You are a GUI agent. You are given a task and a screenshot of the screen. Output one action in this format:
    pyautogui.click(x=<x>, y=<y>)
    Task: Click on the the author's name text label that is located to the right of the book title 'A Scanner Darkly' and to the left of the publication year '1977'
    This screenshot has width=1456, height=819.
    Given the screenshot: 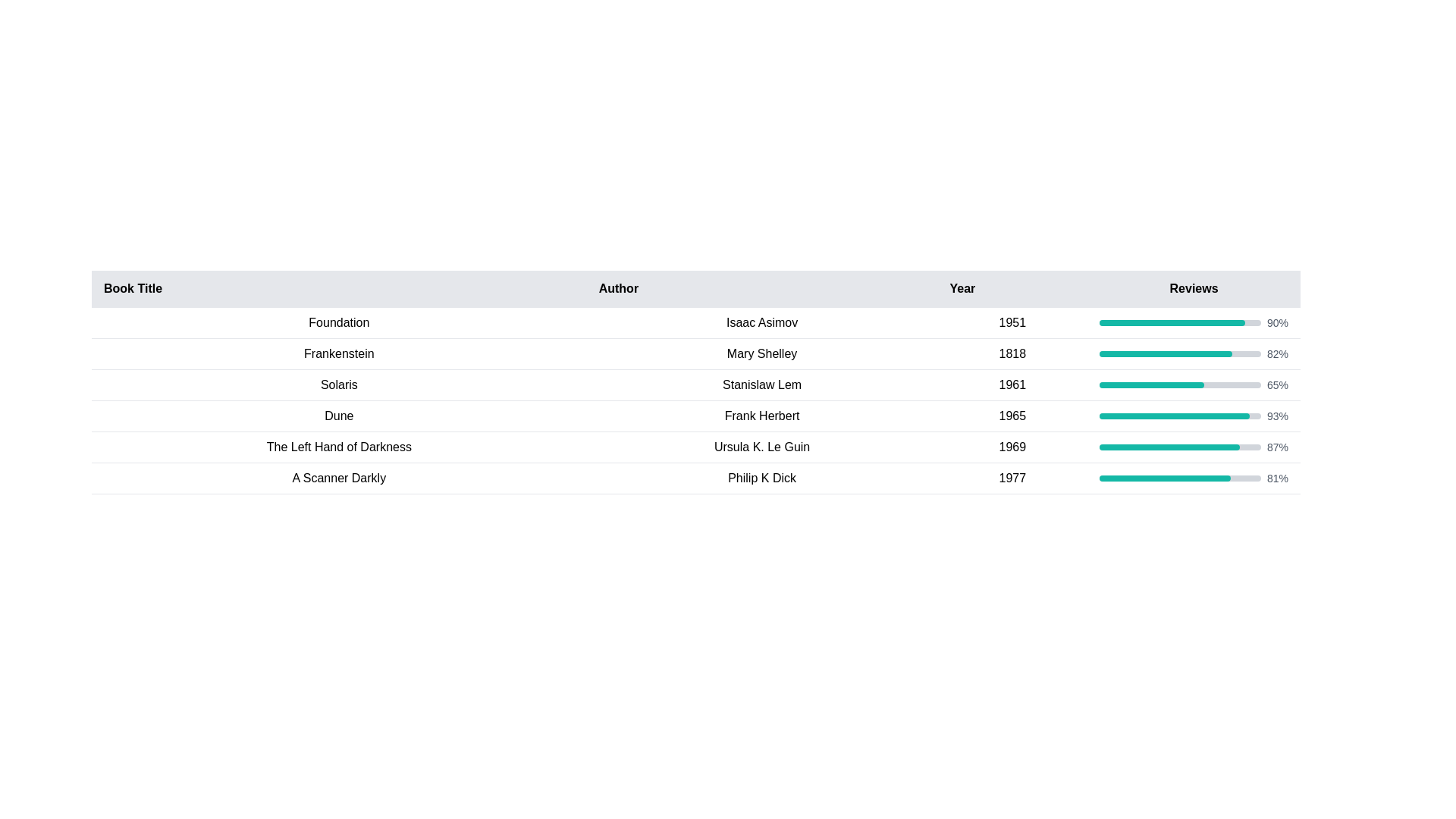 What is the action you would take?
    pyautogui.click(x=762, y=479)
    